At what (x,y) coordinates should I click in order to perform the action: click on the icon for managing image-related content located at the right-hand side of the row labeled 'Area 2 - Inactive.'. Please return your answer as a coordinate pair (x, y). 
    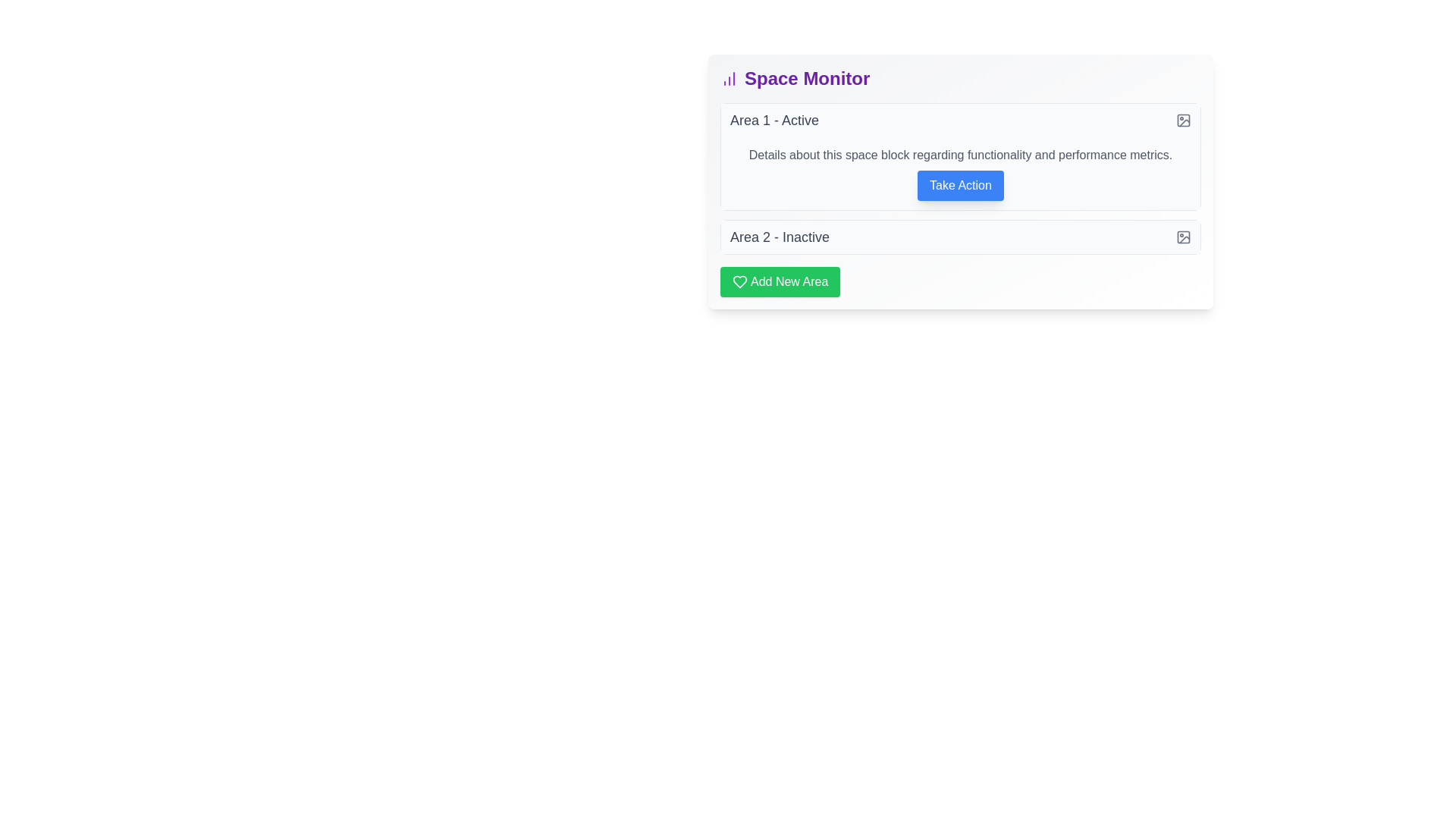
    Looking at the image, I should click on (1182, 237).